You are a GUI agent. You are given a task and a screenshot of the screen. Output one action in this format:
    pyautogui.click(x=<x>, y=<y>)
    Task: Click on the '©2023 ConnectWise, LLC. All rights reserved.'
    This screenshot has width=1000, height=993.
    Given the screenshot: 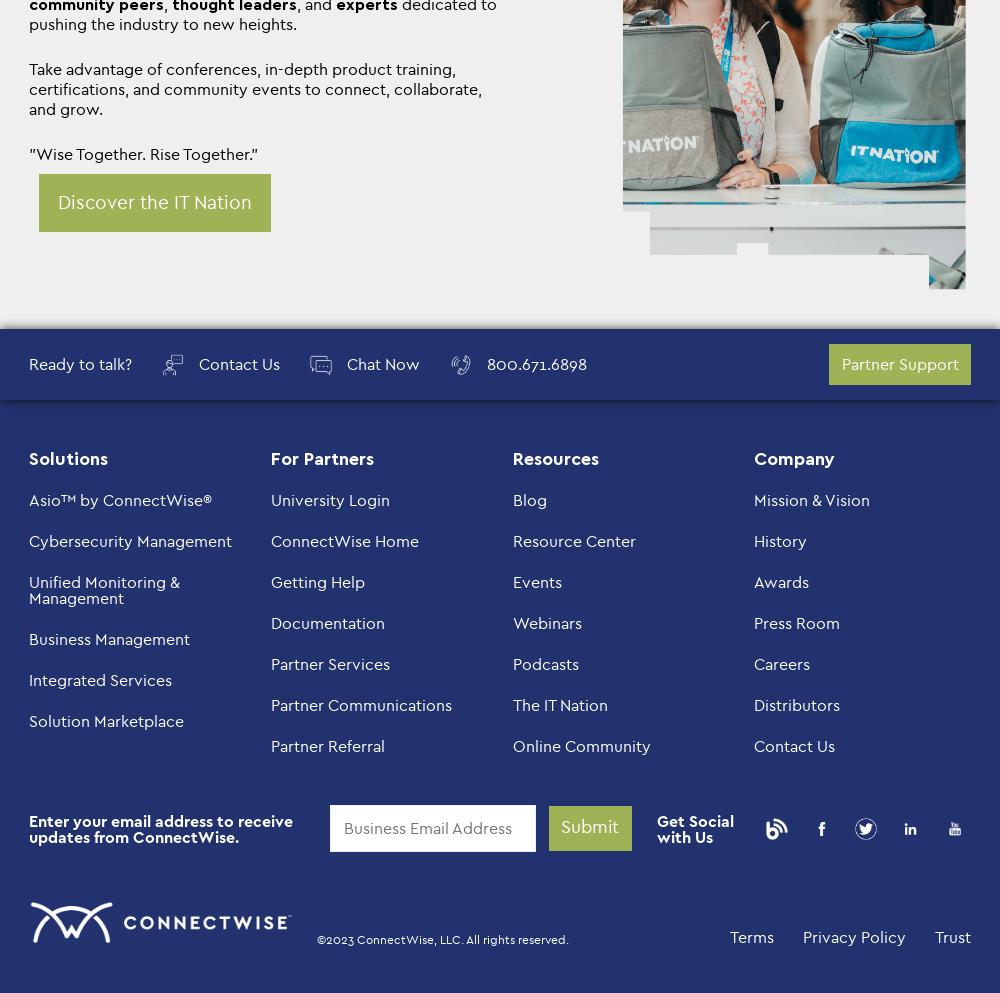 What is the action you would take?
    pyautogui.click(x=316, y=937)
    